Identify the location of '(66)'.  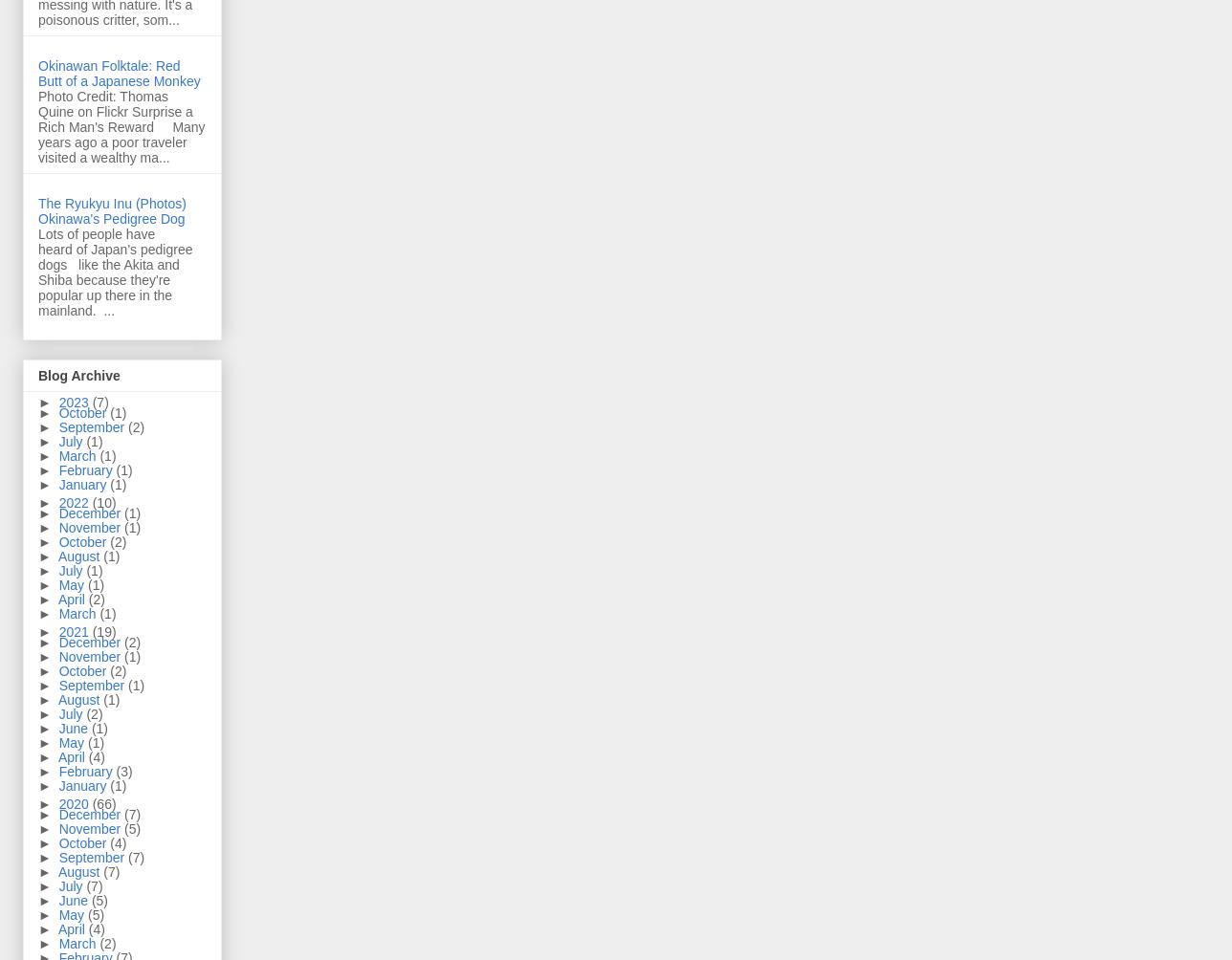
(91, 803).